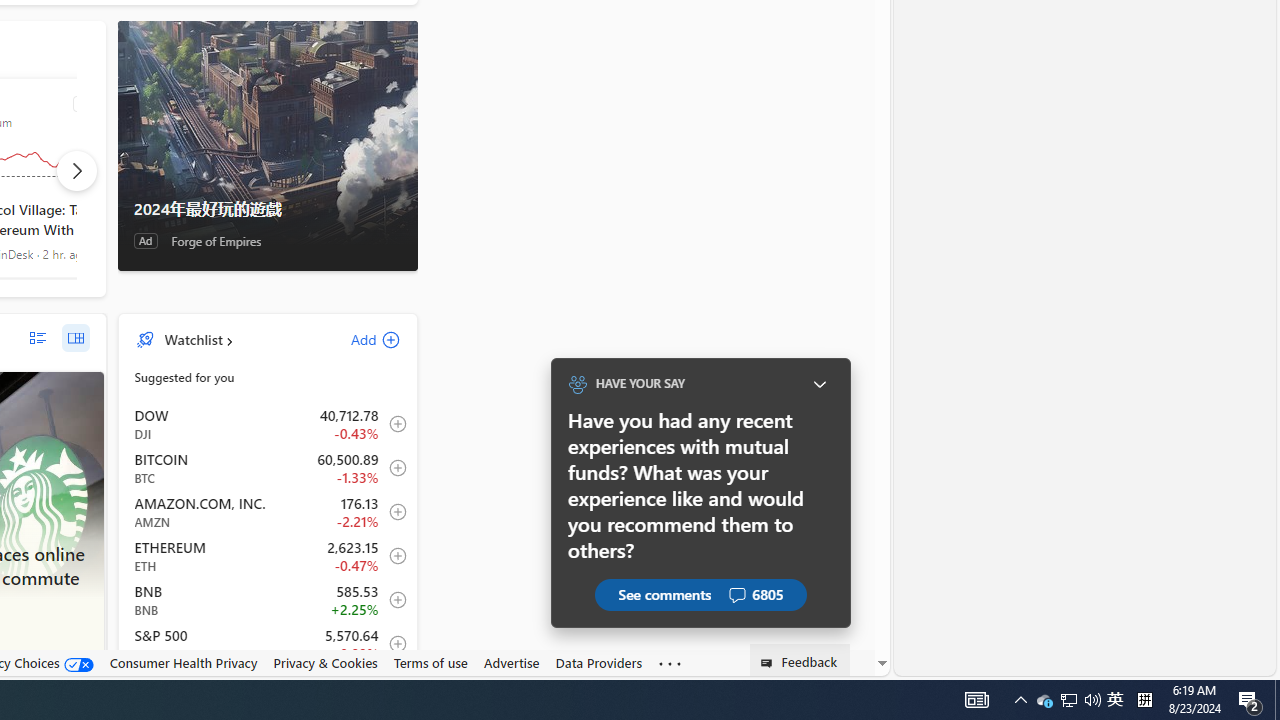 The width and height of the screenshot is (1280, 720). Describe the element at coordinates (183, 662) in the screenshot. I see `'Consumer Health Privacy'` at that location.